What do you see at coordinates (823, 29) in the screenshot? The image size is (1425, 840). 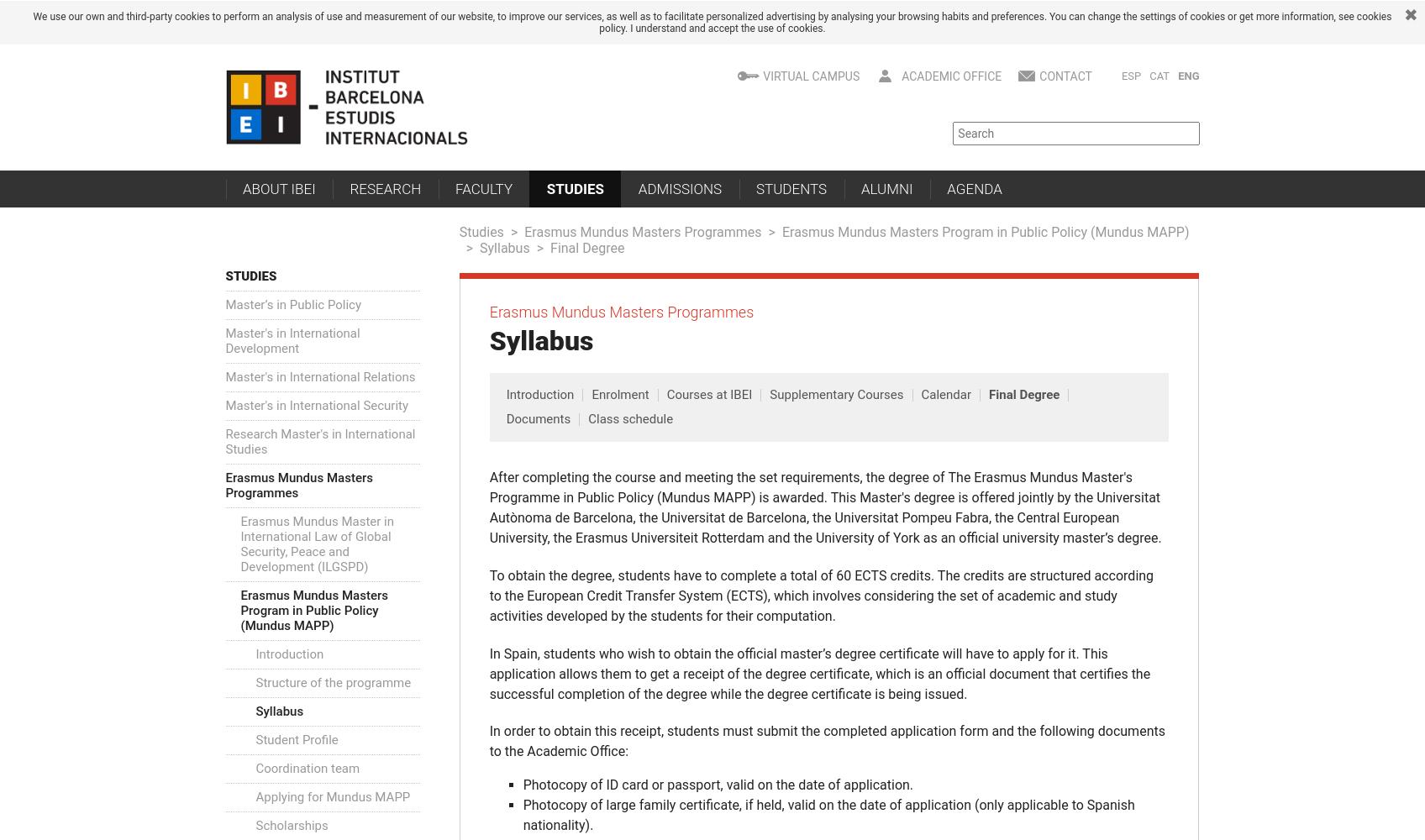 I see `'.'` at bounding box center [823, 29].